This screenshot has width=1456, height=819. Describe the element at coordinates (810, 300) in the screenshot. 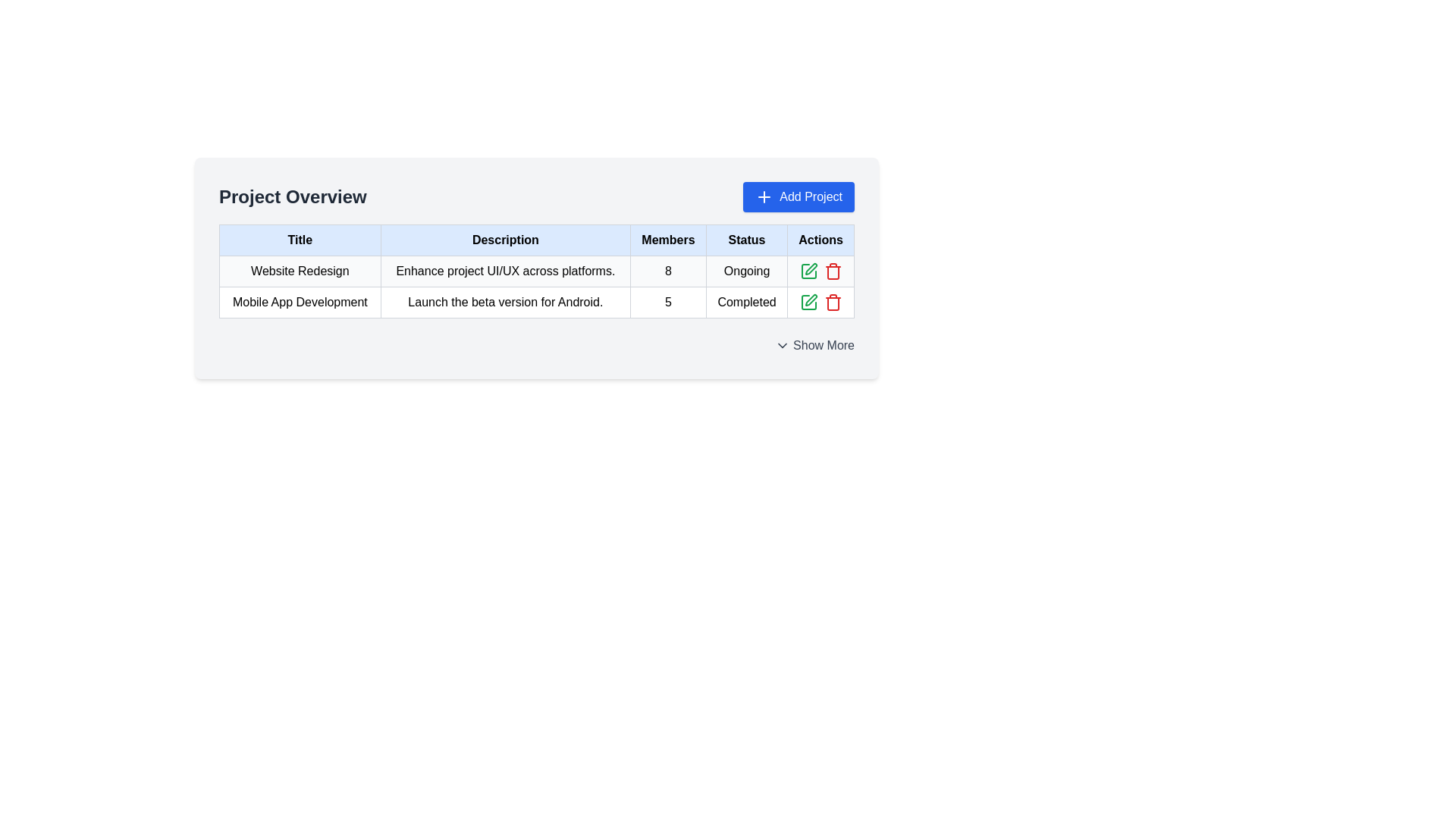

I see `the edit icon representing the edit function for the 'Mobile App Development' project` at that location.